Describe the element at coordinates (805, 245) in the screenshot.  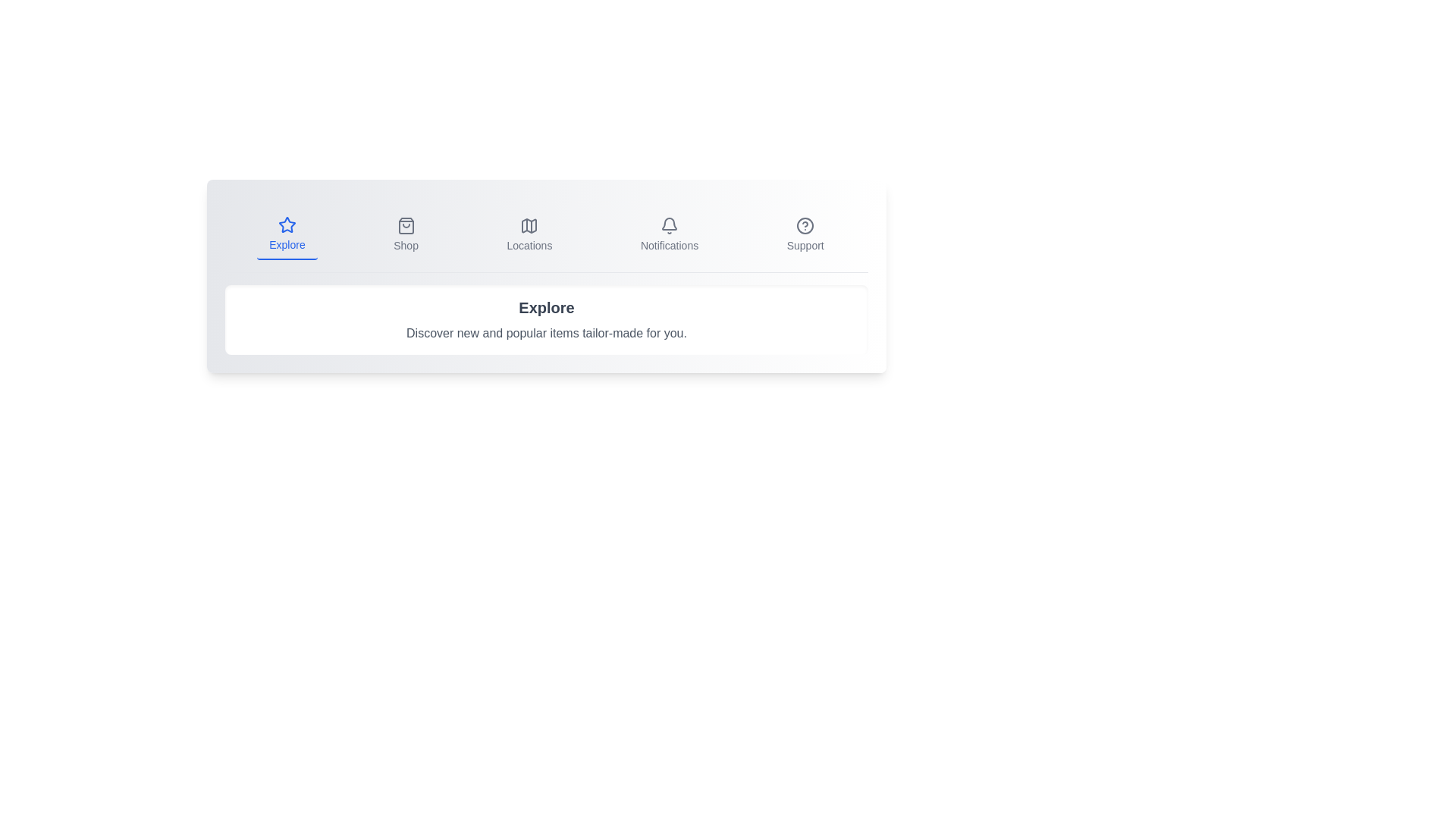
I see `the 'Support' text label located beneath the circular help icon in the navigation bar, which is the fifth item from the left` at that location.